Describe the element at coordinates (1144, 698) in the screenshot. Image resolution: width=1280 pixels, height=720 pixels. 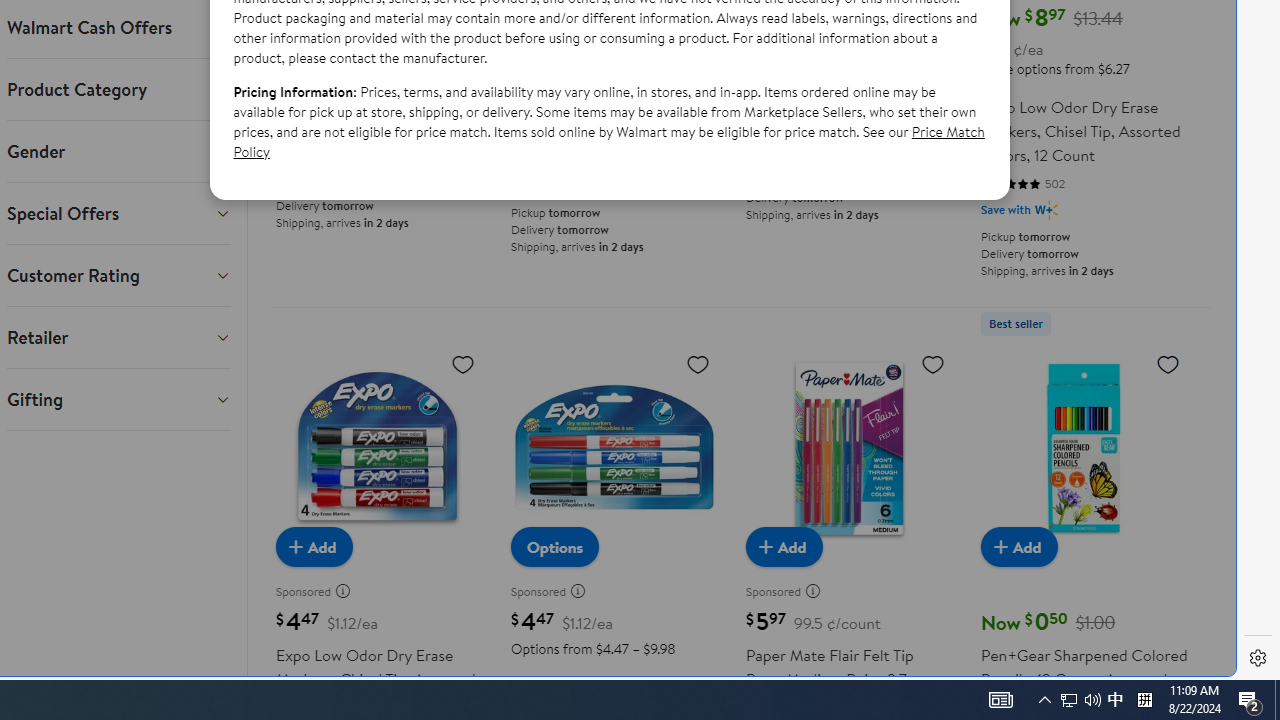
I see `'Tray Input Indicator - Chinese (Simplified, China)'` at that location.